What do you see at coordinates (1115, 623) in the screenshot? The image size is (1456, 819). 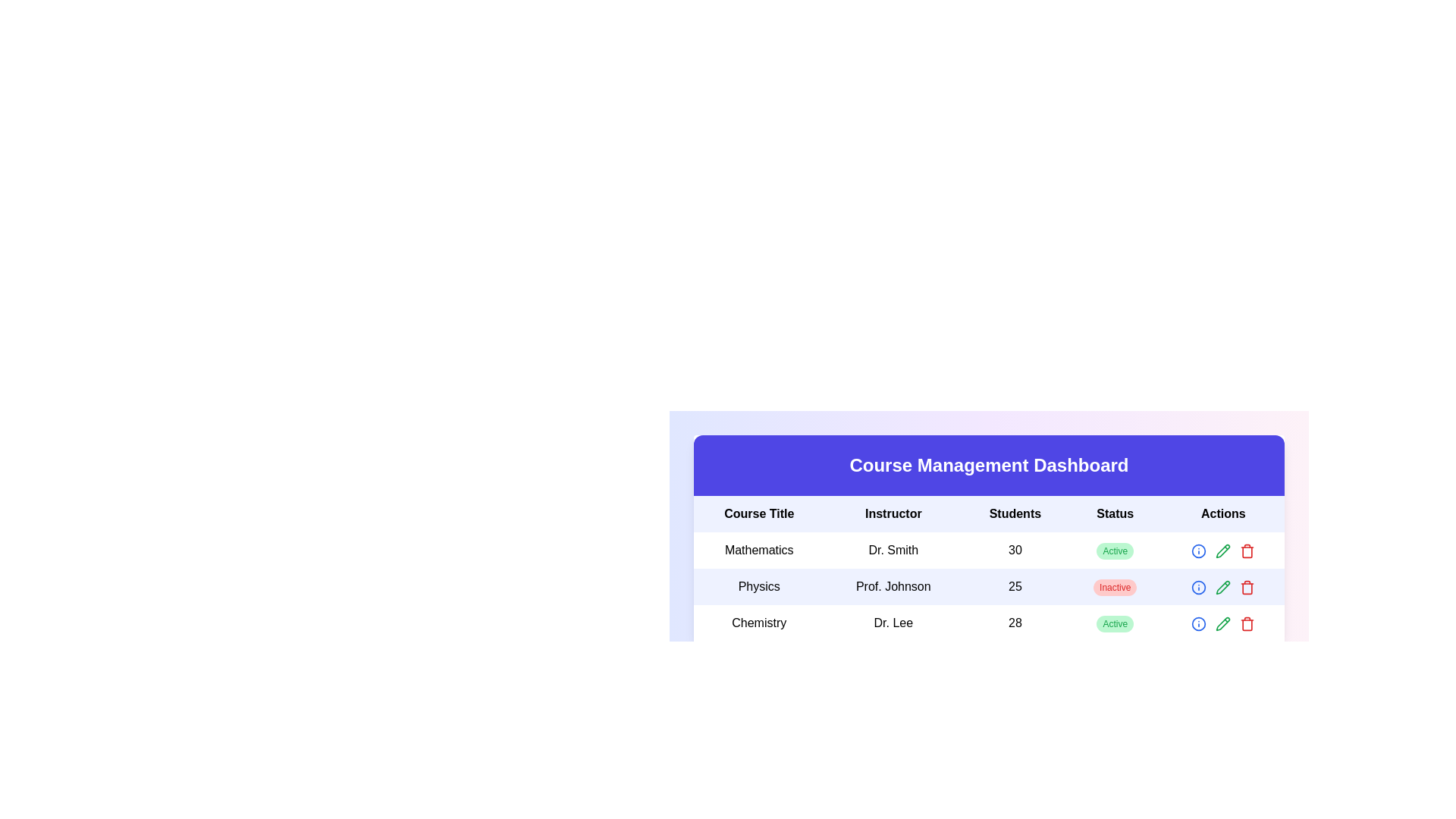 I see `the green-colored pill-shaped label displaying 'Active' in the 'Status' column of the 'Course Management Dashboard' for the 'Chemistry' course` at bounding box center [1115, 623].